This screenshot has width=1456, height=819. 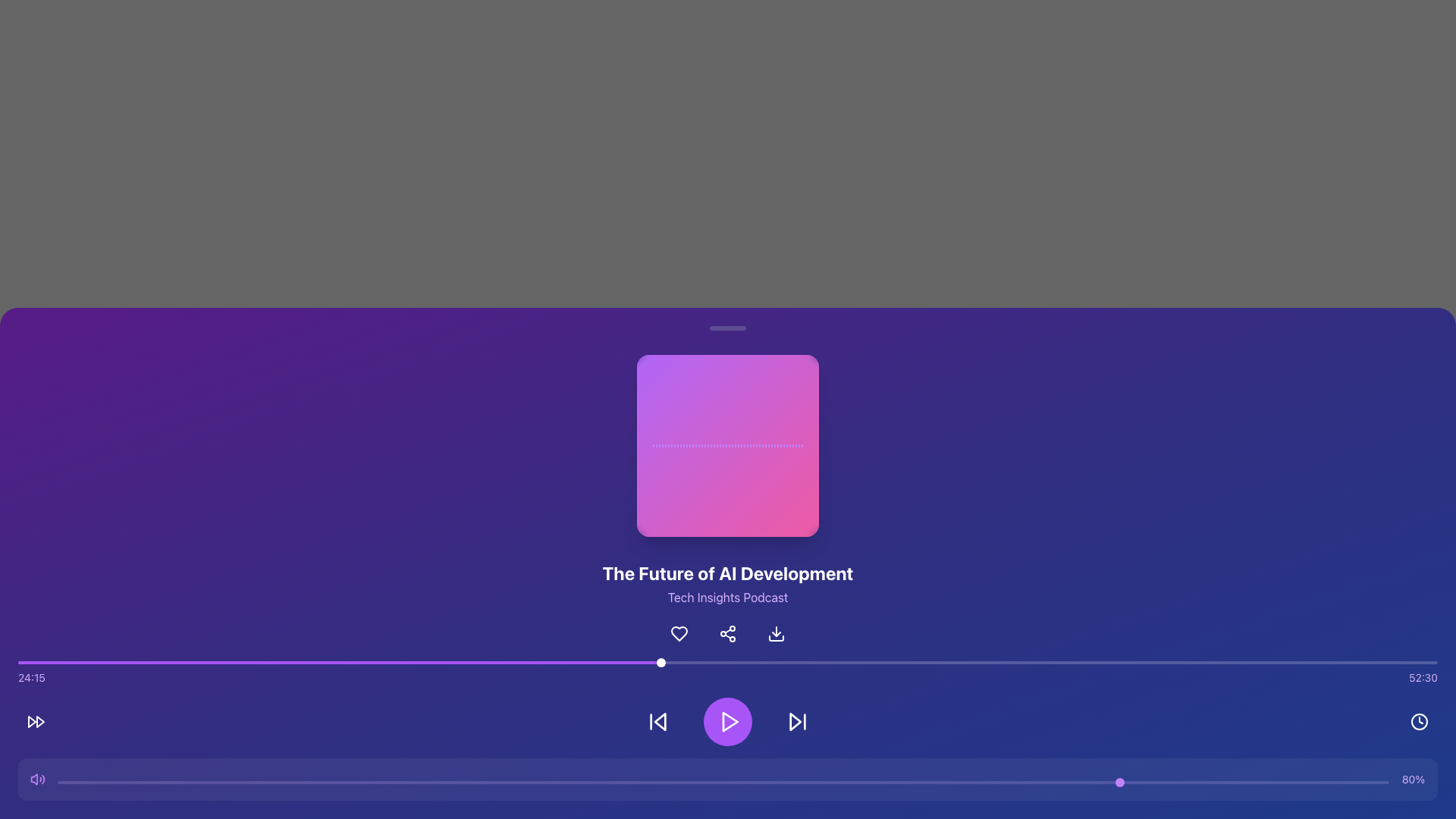 What do you see at coordinates (1419, 721) in the screenshot?
I see `the clock icon located at the bottom-right of the interface` at bounding box center [1419, 721].